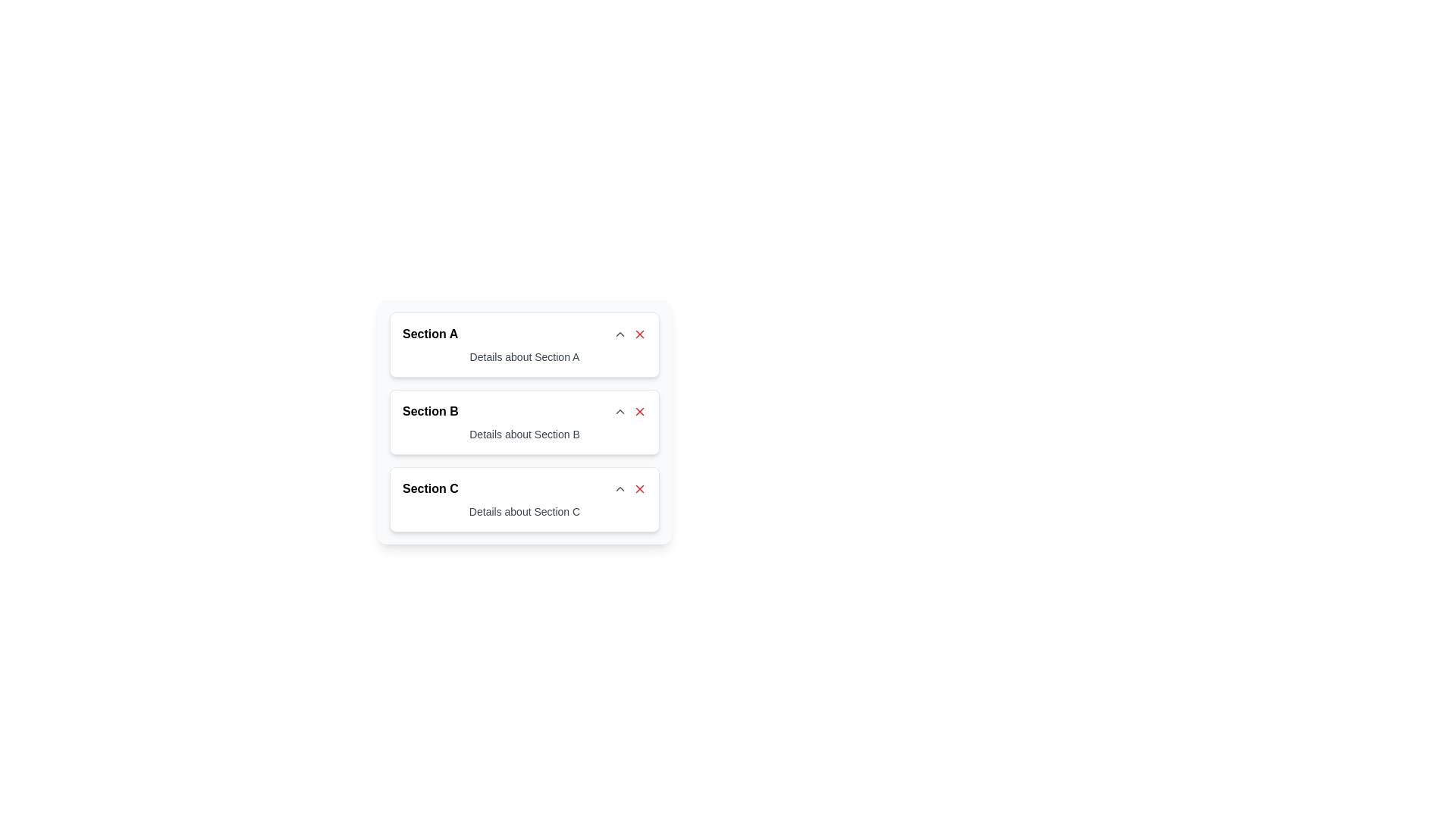  I want to click on the upper-left to lower-right diagonal line of the cross icon, which is part of the SVG graphic located in the top-right corner of the card labeled 'Section A', so click(640, 333).